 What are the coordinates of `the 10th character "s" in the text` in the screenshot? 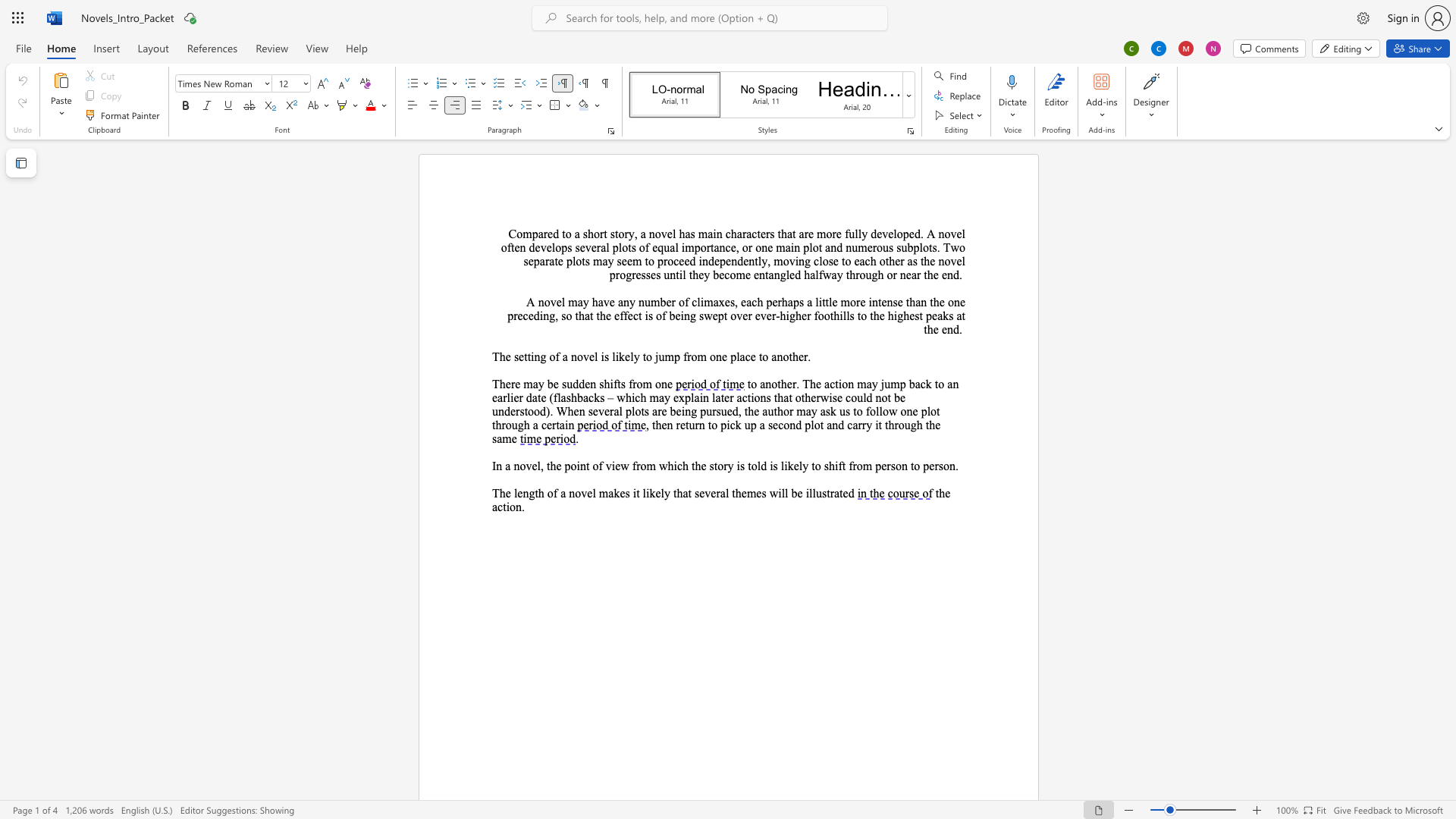 It's located at (847, 411).